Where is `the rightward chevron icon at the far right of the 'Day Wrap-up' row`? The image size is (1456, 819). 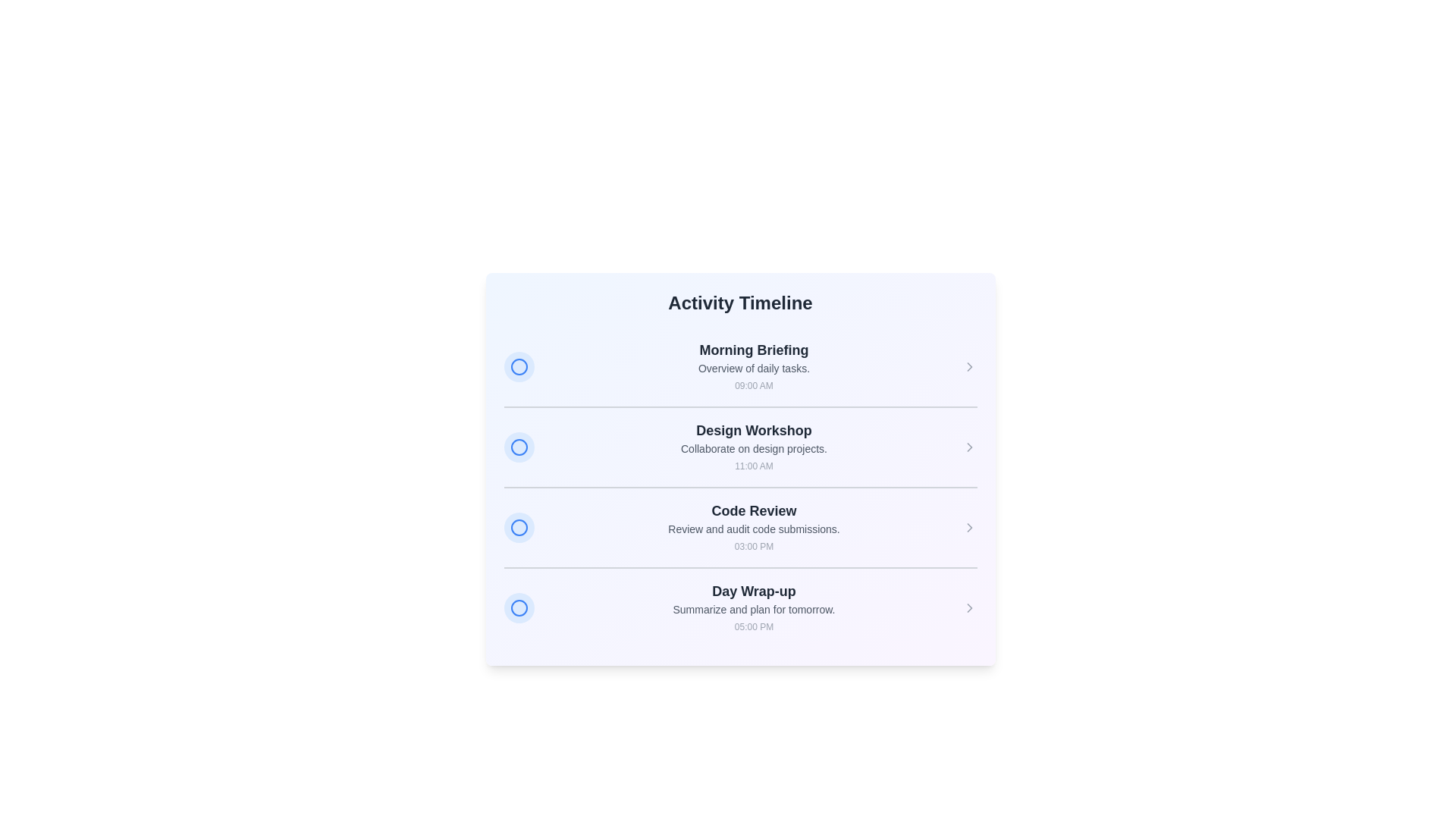
the rightward chevron icon at the far right of the 'Day Wrap-up' row is located at coordinates (968, 607).